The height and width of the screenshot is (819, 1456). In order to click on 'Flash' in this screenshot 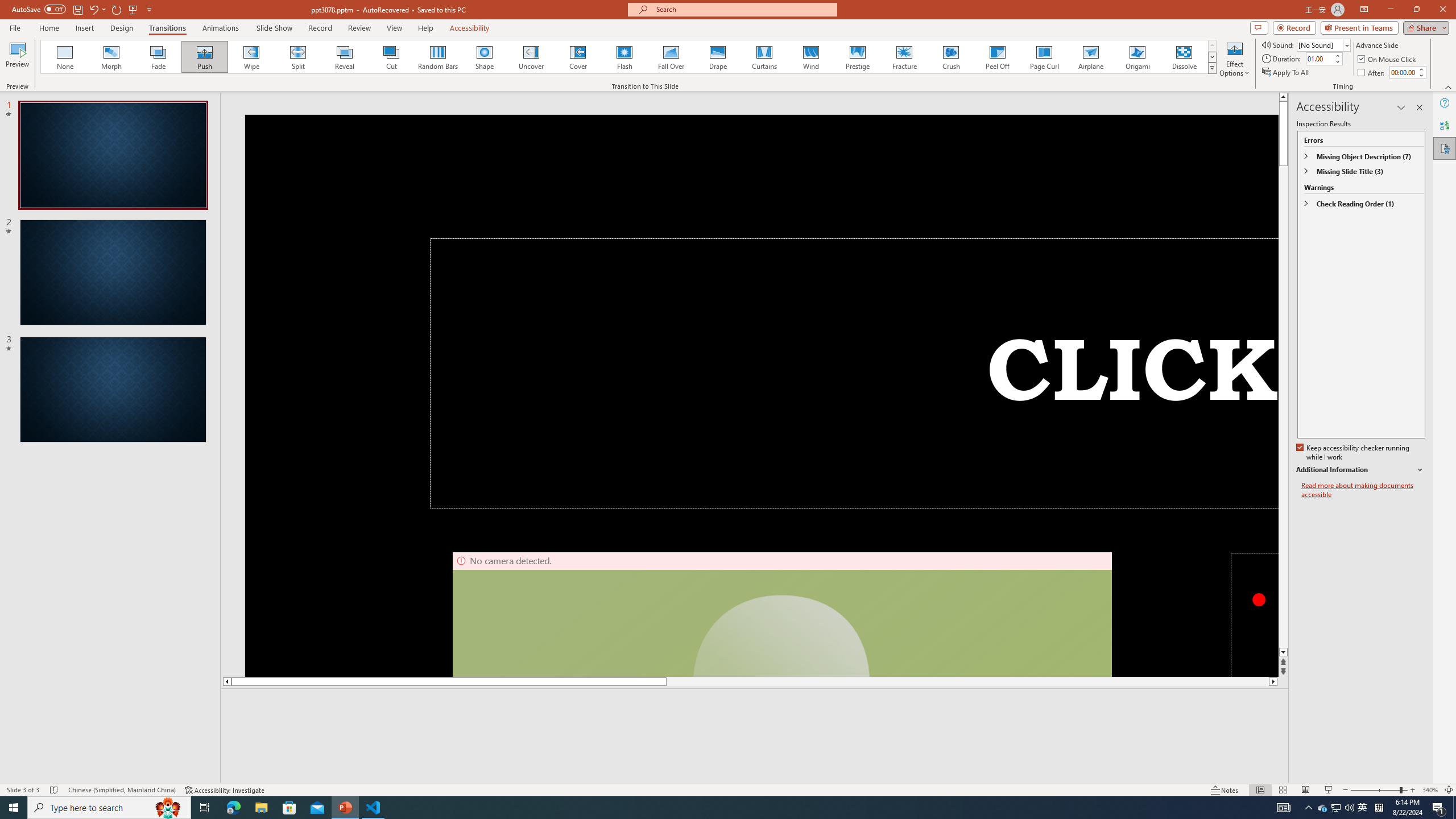, I will do `click(624, 56)`.